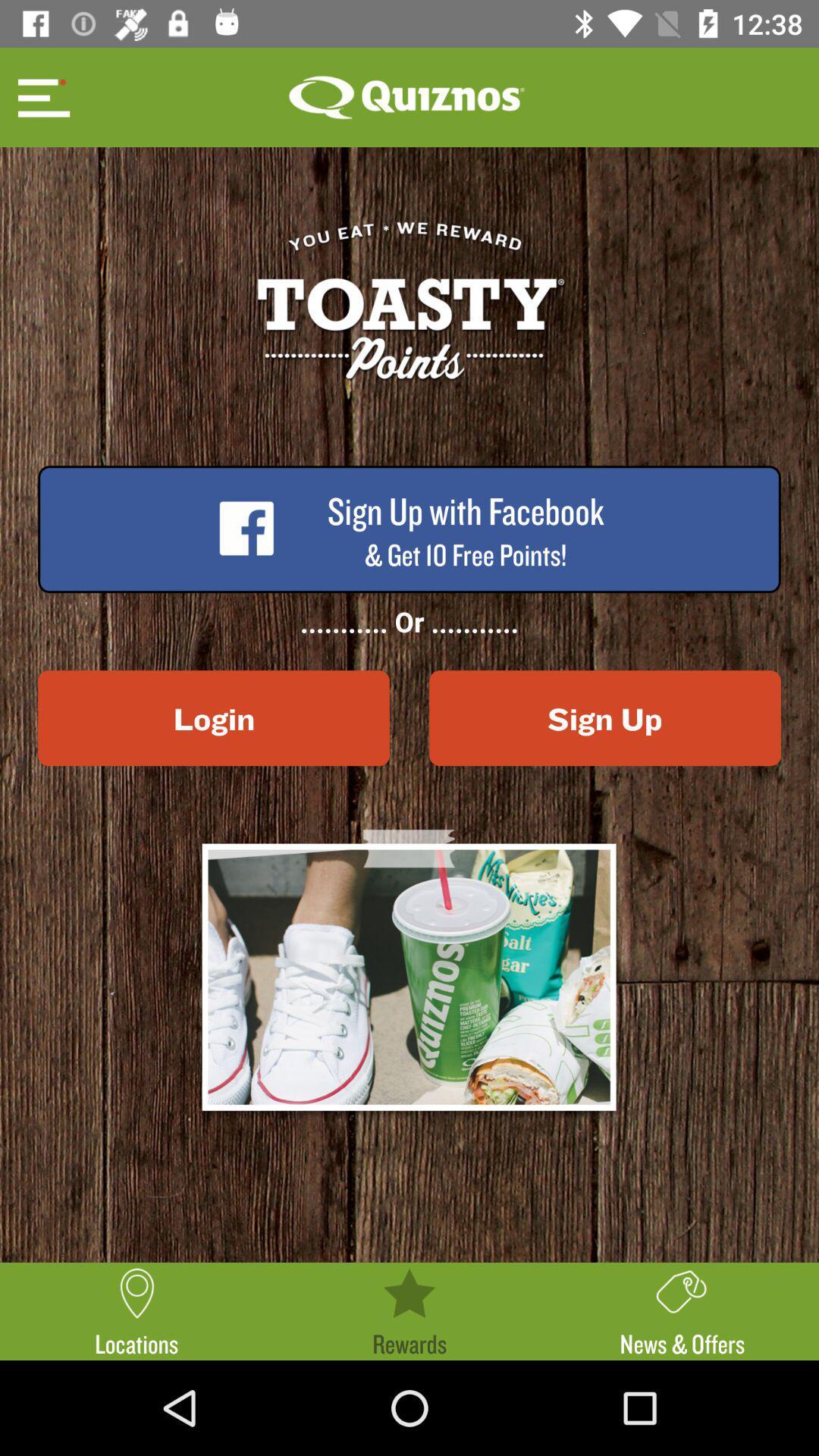 The height and width of the screenshot is (1456, 819). What do you see at coordinates (41, 96) in the screenshot?
I see `menu` at bounding box center [41, 96].